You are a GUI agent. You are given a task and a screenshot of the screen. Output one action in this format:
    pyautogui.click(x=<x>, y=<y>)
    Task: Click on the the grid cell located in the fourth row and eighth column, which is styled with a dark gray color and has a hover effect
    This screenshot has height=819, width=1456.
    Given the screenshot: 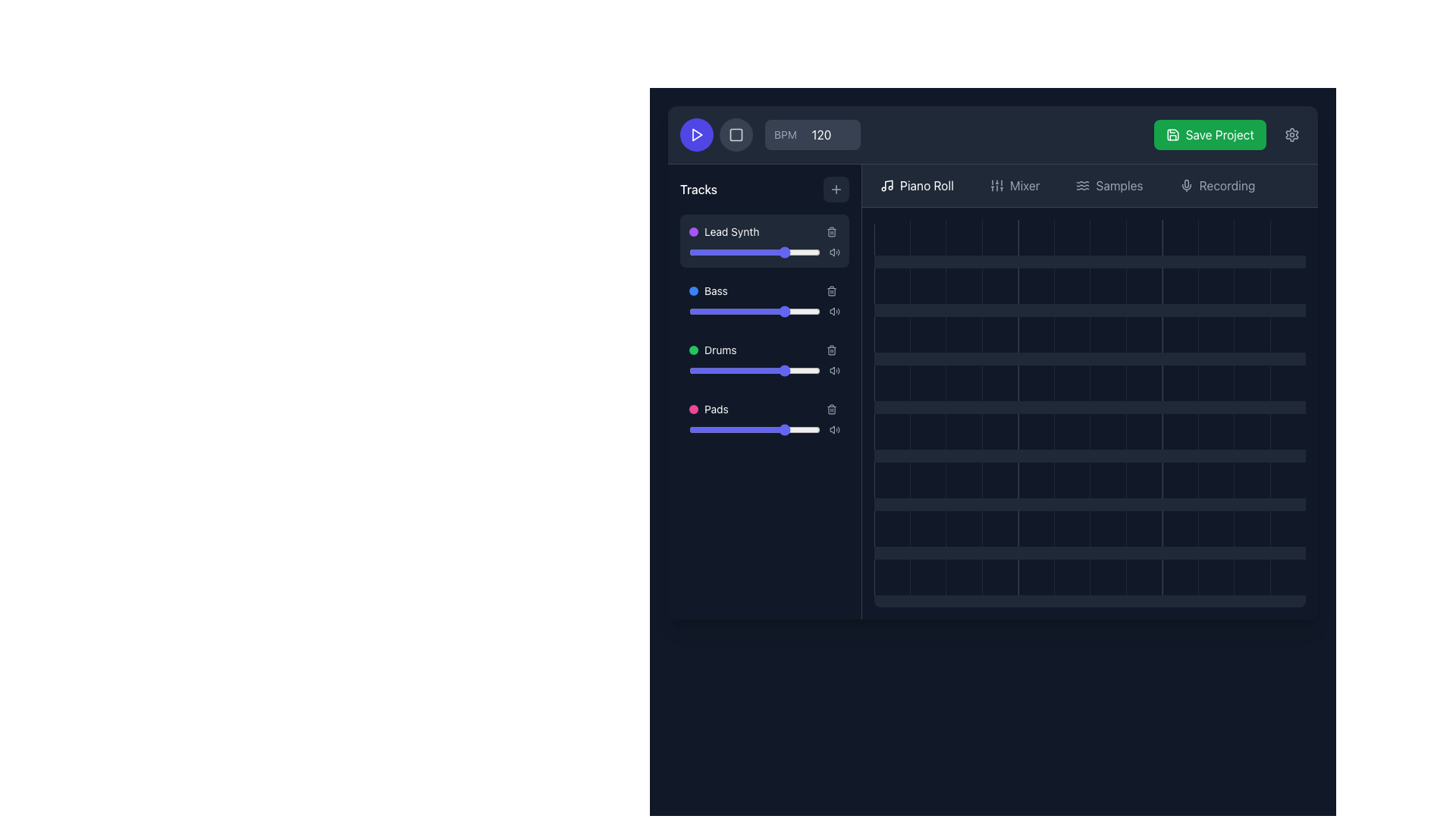 What is the action you would take?
    pyautogui.click(x=1144, y=334)
    